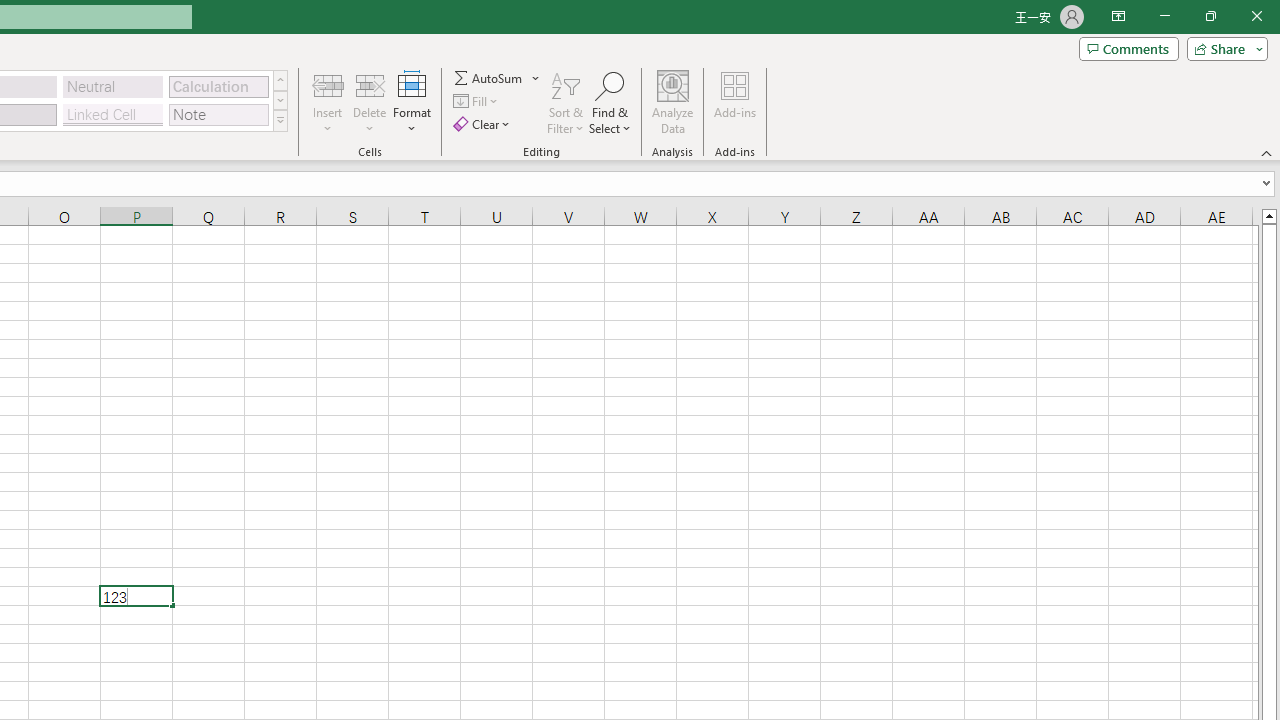  What do you see at coordinates (489, 77) in the screenshot?
I see `'Sum'` at bounding box center [489, 77].